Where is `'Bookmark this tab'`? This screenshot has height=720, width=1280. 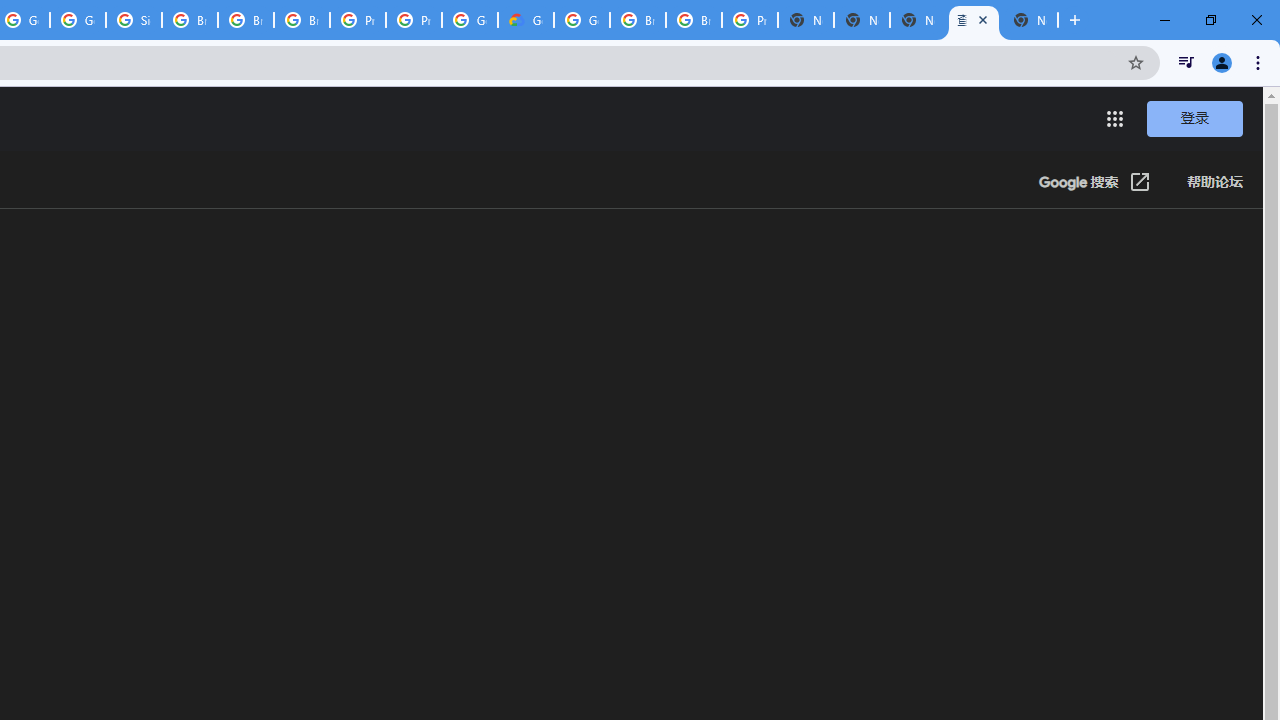
'Bookmark this tab' is located at coordinates (1136, 61).